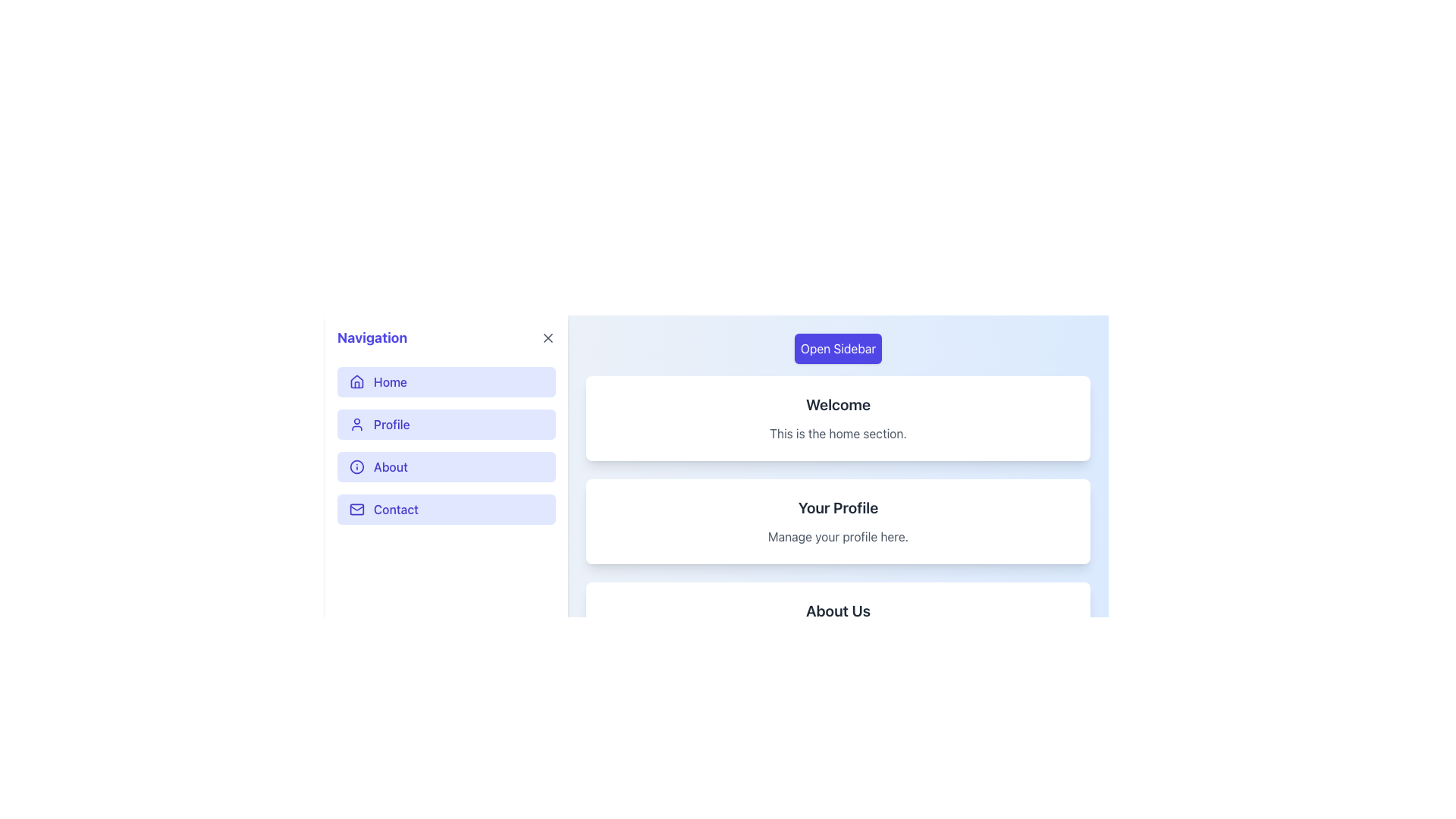 Image resolution: width=1456 pixels, height=819 pixels. Describe the element at coordinates (391, 424) in the screenshot. I see `the 'Profile' text label in the sidebar navigation menu, which is styled in deep blue and positioned between 'Home' and 'About'` at that location.